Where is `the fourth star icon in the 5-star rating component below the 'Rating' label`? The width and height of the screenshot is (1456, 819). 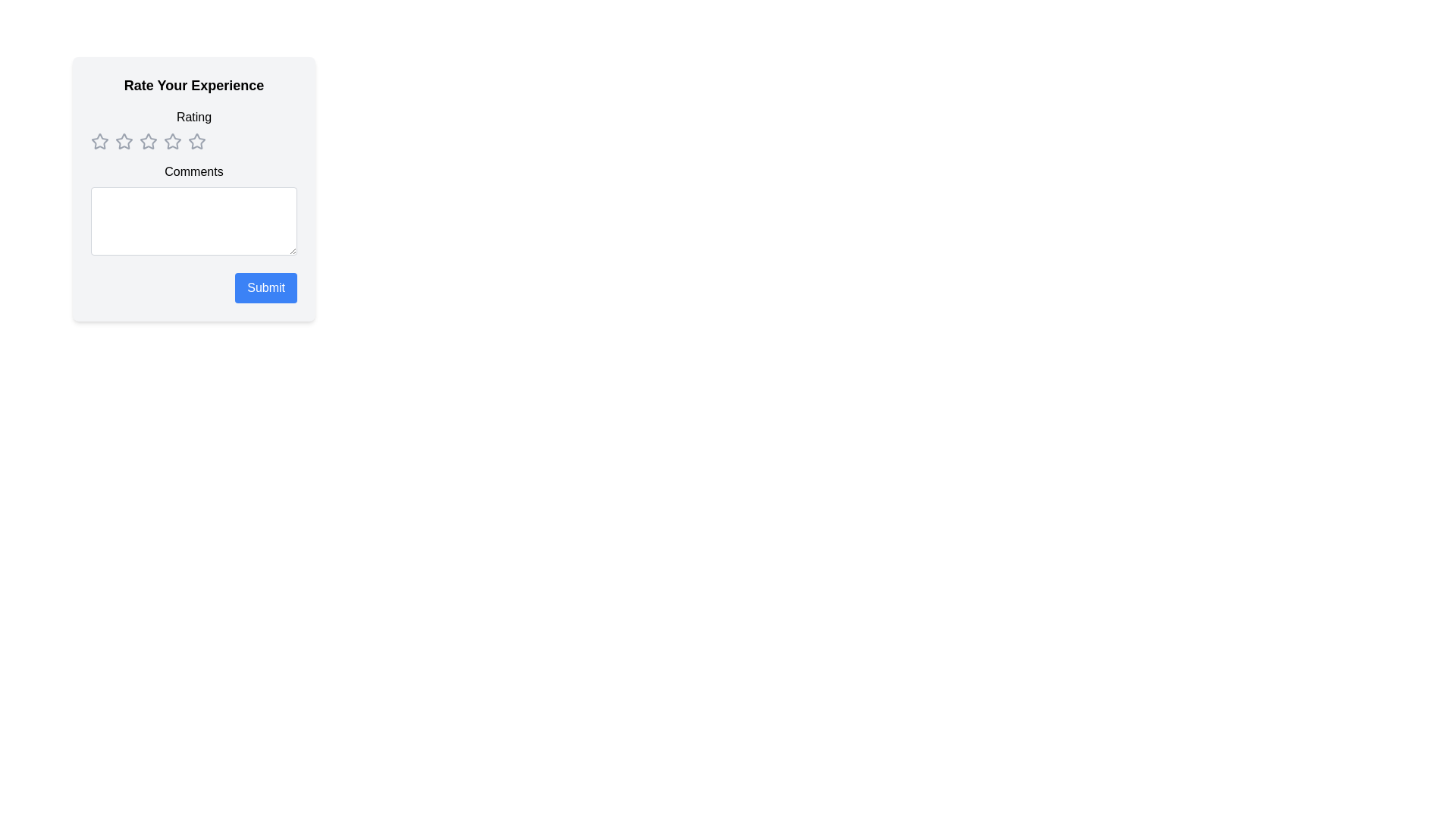
the fourth star icon in the 5-star rating component below the 'Rating' label is located at coordinates (193, 141).